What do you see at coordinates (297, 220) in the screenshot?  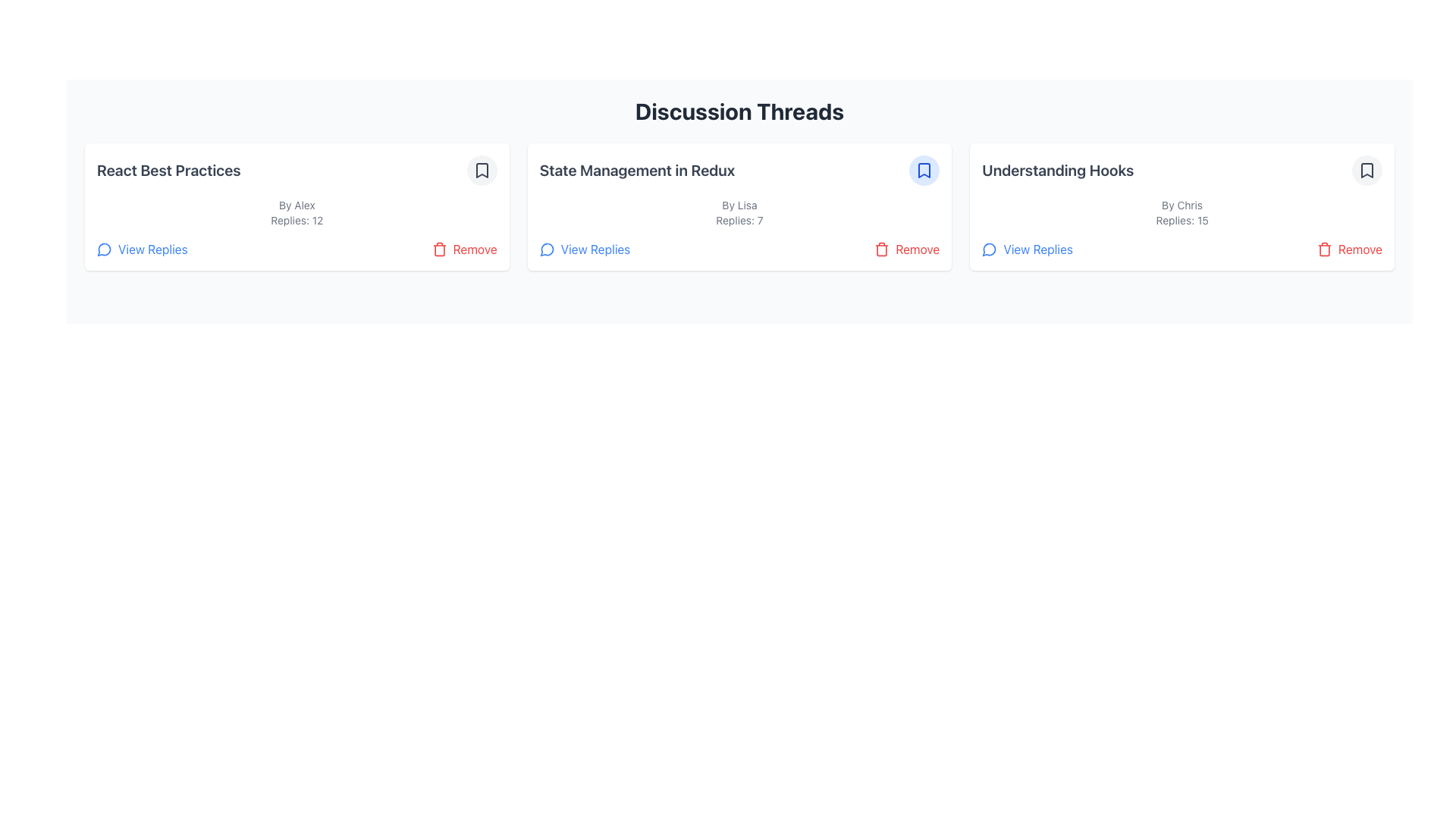 I see `the text label displaying '12 replies' for the 'React Best Practices' discussion thread, located below 'By Alex' and above 'View Replies' and 'Remove' actions` at bounding box center [297, 220].